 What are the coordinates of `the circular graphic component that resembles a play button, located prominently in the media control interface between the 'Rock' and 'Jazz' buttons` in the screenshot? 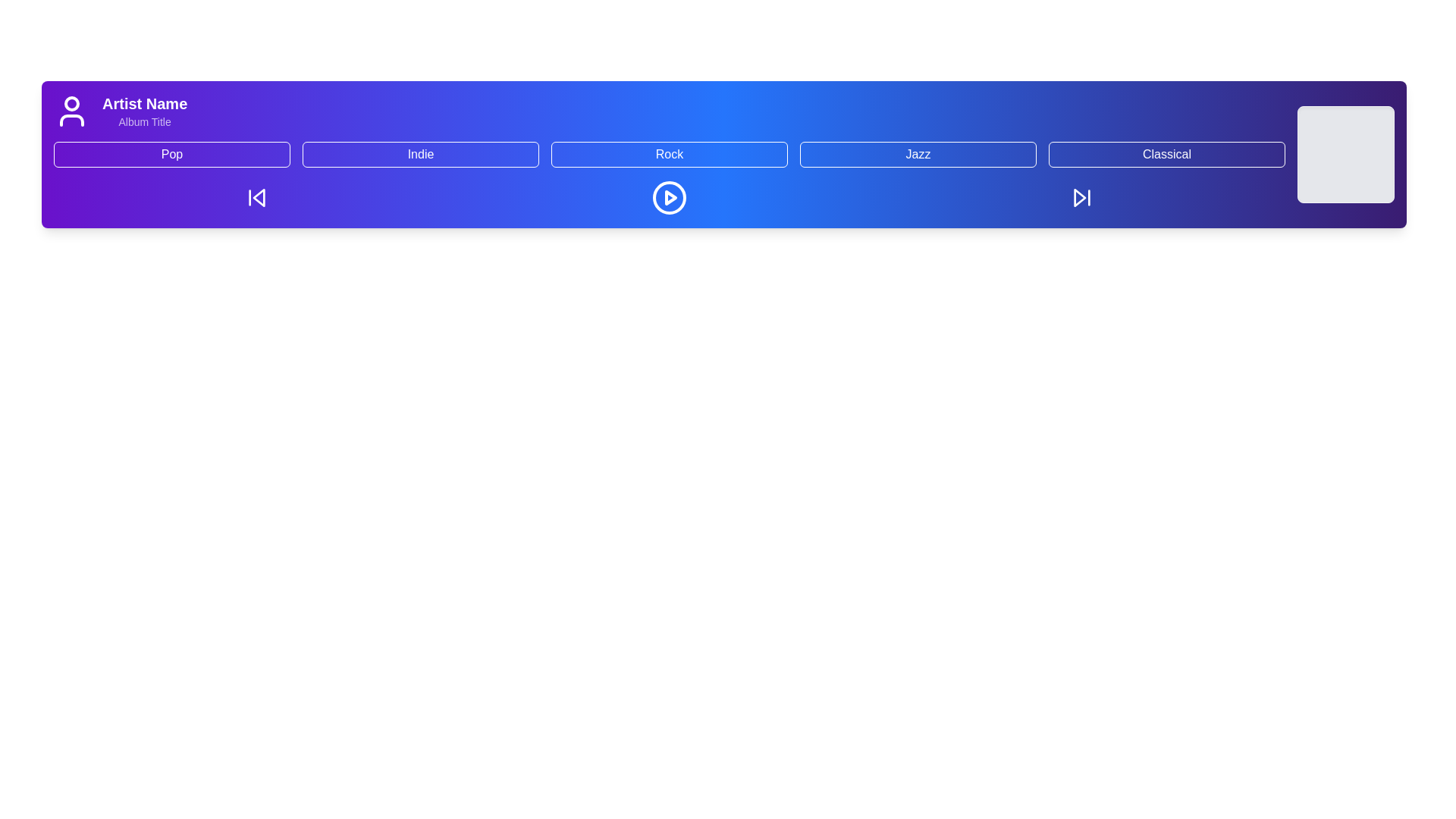 It's located at (669, 197).